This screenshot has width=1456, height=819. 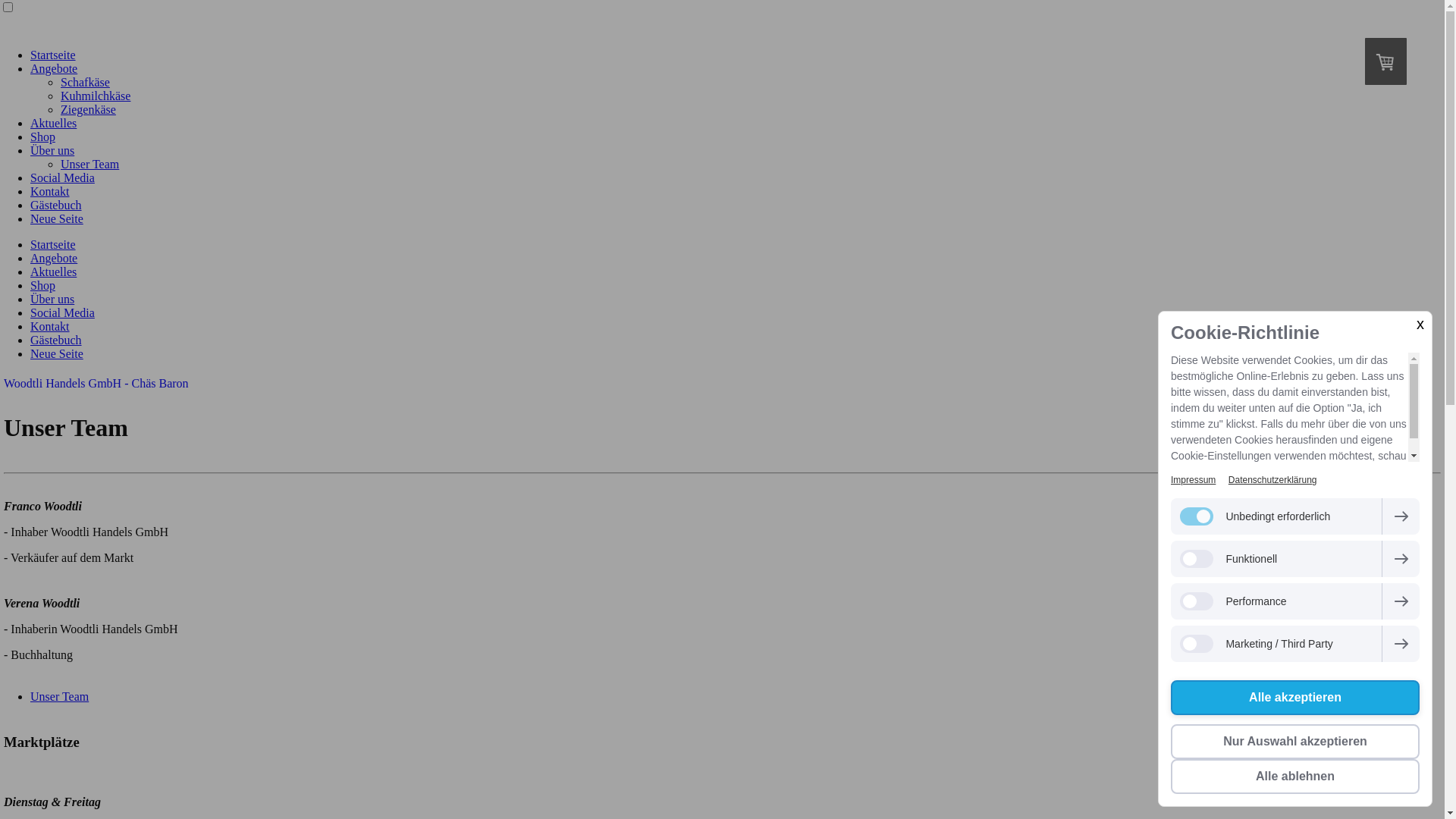 I want to click on 'Impressum', so click(x=1192, y=479).